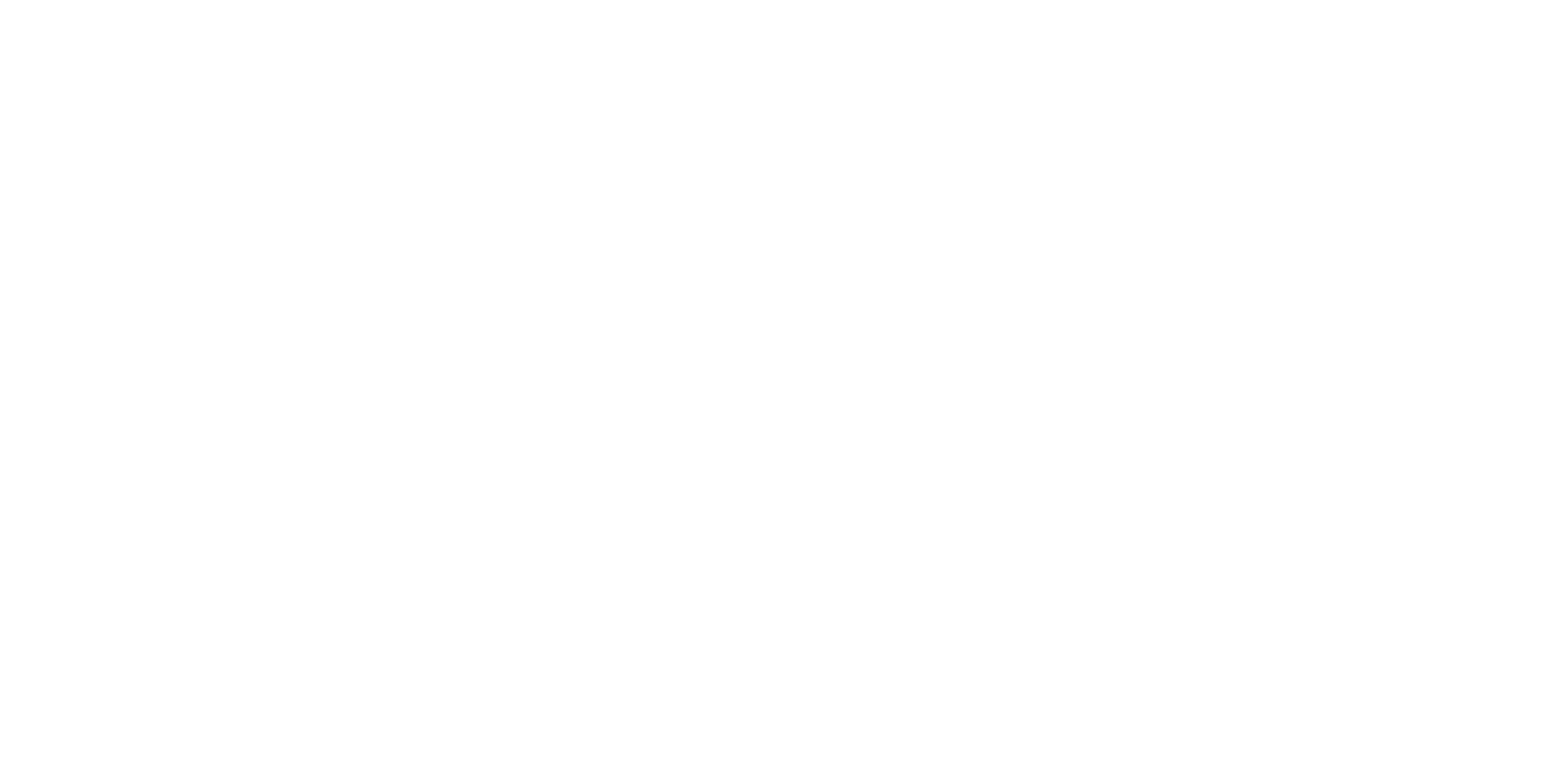 Image resolution: width=1568 pixels, height=759 pixels. Describe the element at coordinates (1080, 734) in the screenshot. I see `'Introduction to ASP.NET'` at that location.